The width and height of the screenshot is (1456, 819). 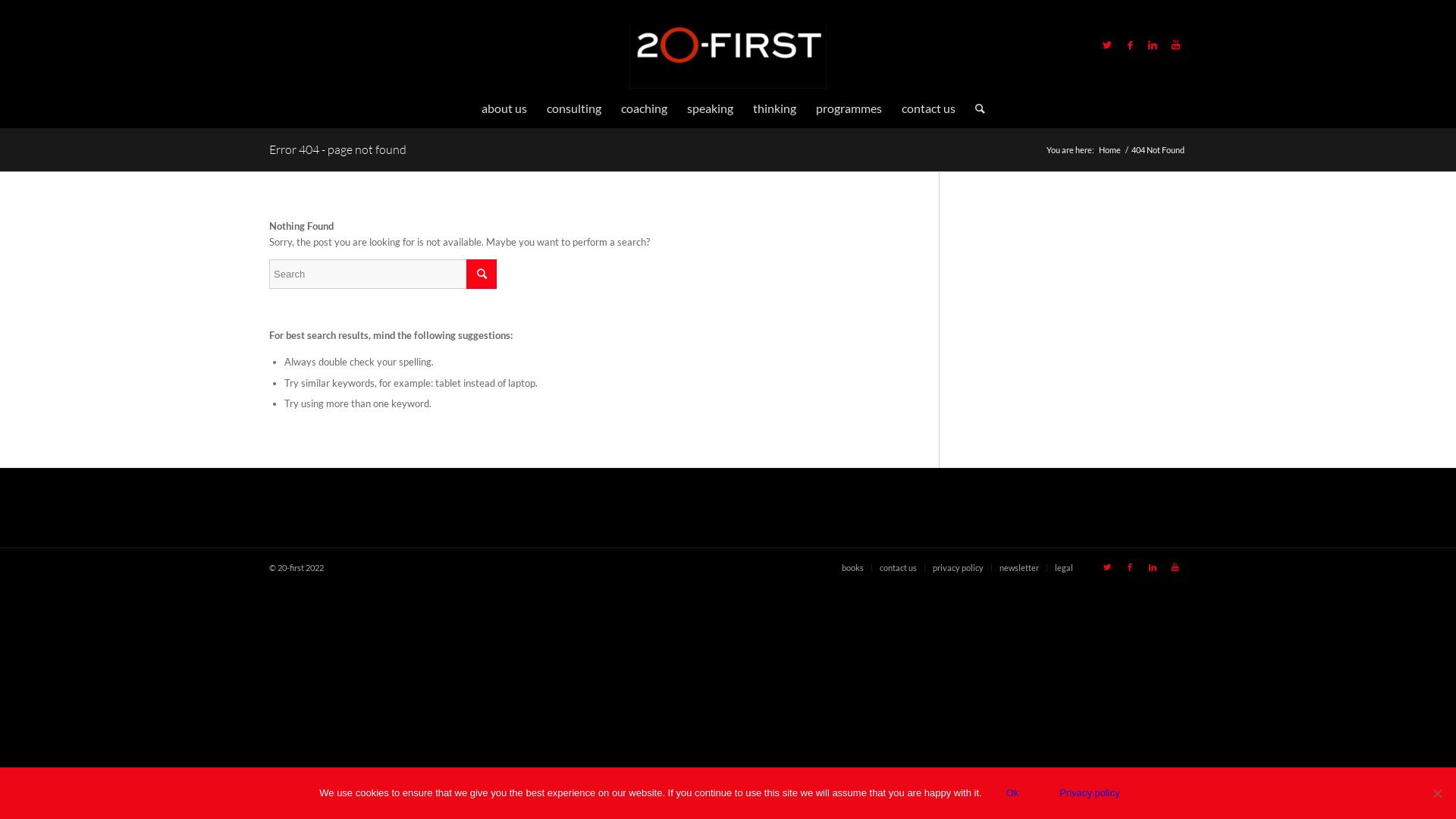 What do you see at coordinates (1095, 567) in the screenshot?
I see `'Twitter'` at bounding box center [1095, 567].